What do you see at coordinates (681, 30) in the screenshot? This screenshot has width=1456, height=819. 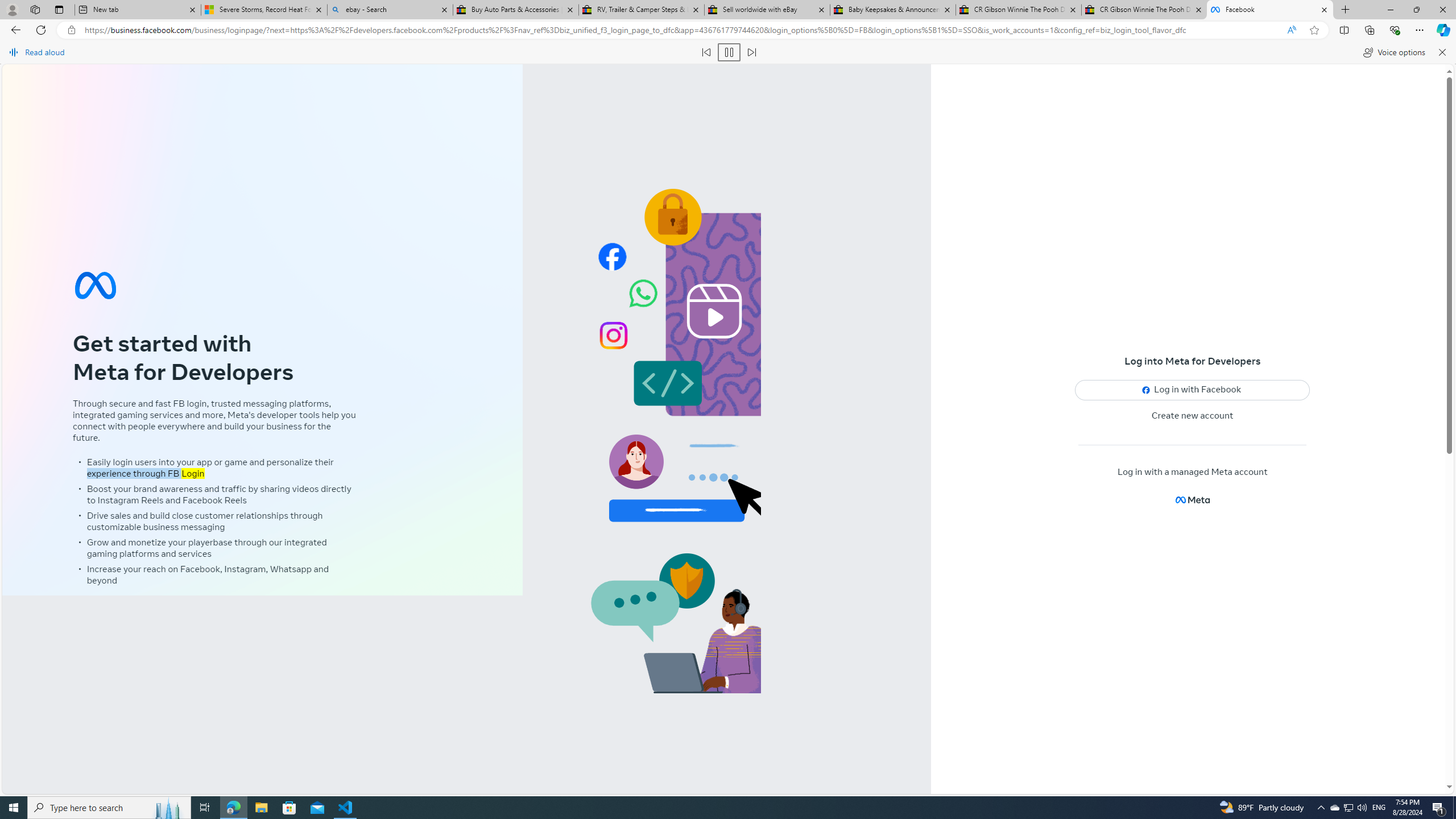 I see `'Address and search bar'` at bounding box center [681, 30].